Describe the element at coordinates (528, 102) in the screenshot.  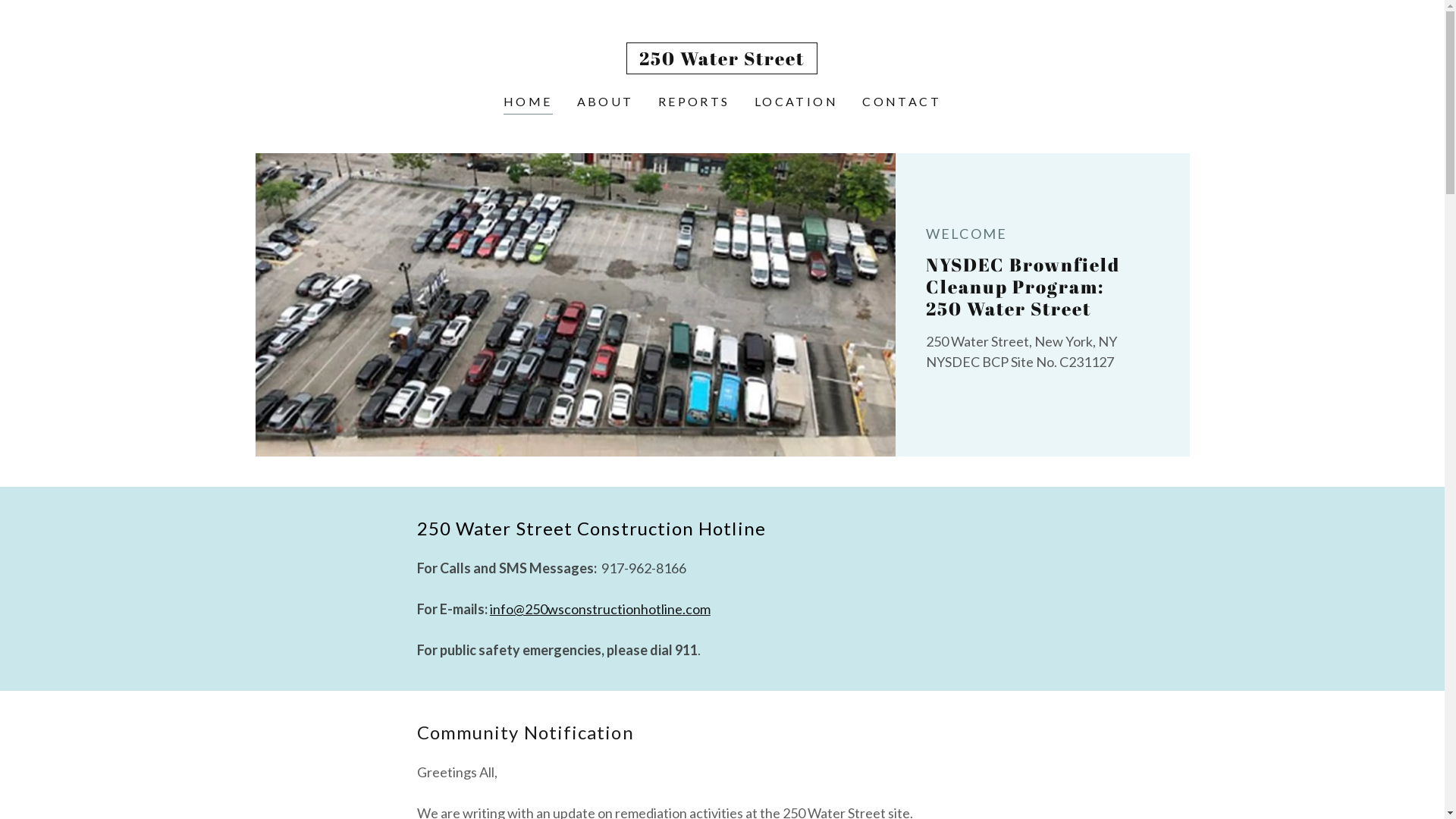
I see `'HOME'` at that location.